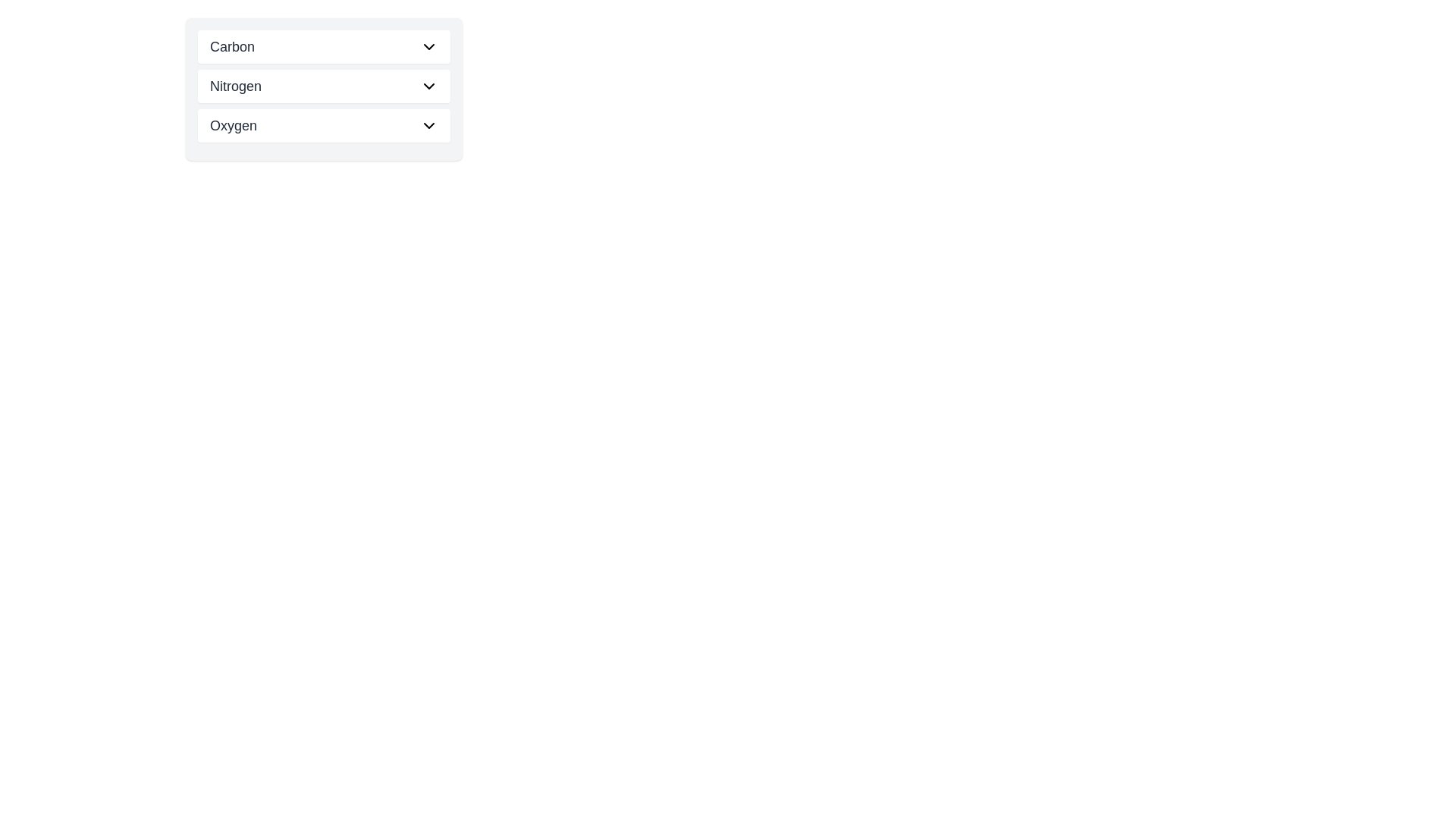  I want to click on the downward-facing chevron icon within the 'Oxygen' button, so click(428, 124).